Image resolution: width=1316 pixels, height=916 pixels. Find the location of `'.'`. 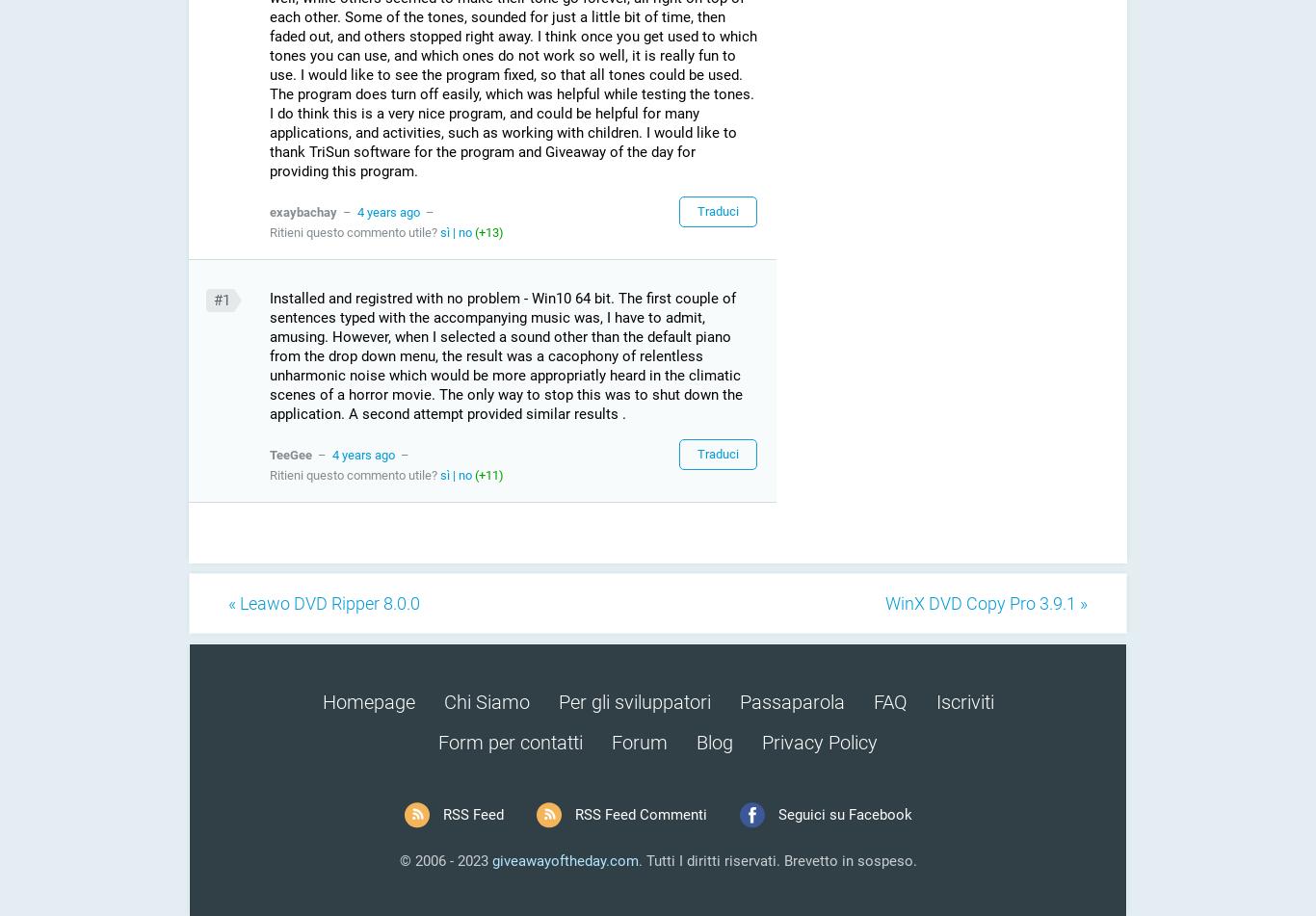

'.' is located at coordinates (636, 860).